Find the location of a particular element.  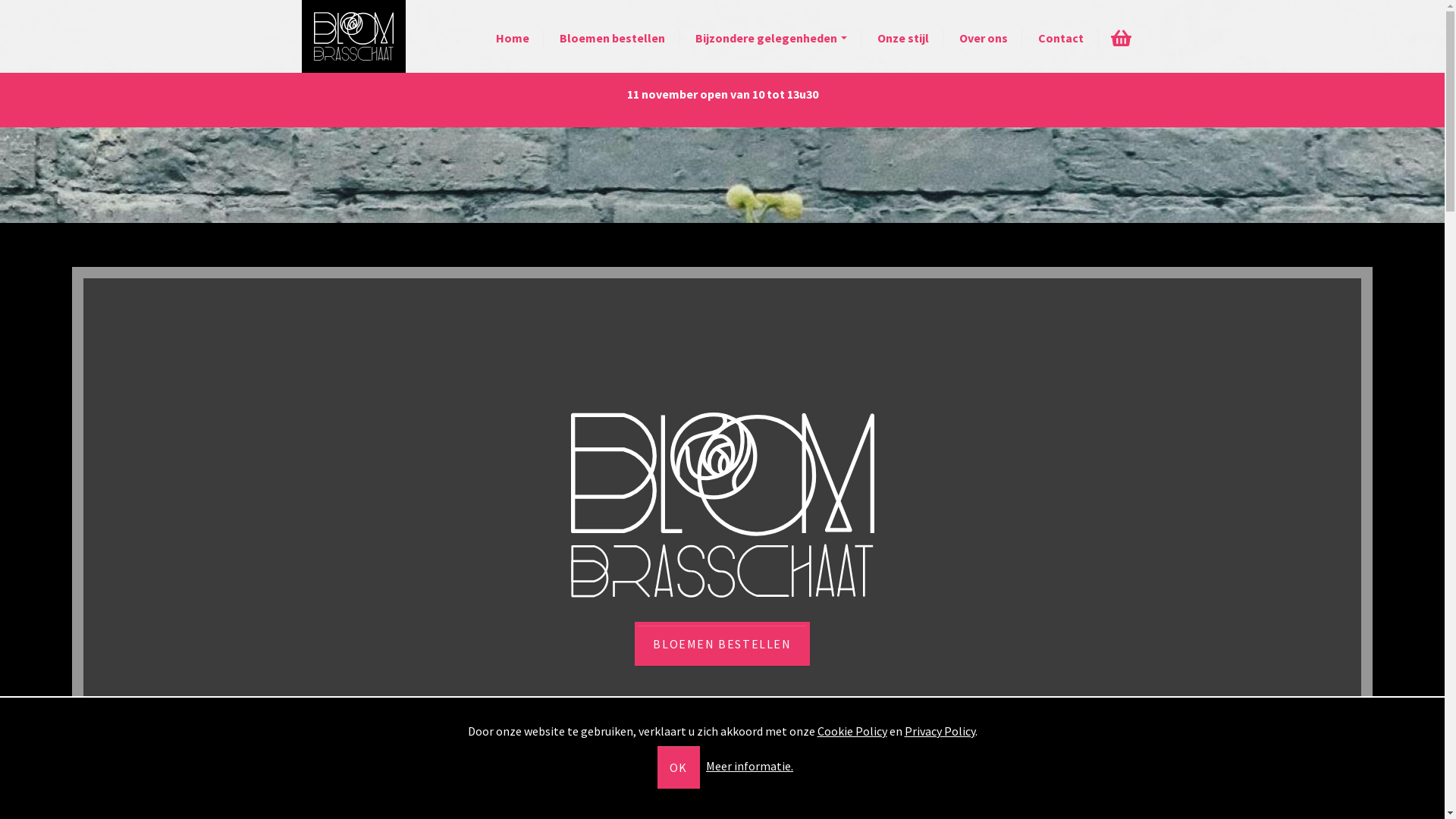

'Onze stijl' is located at coordinates (902, 37).